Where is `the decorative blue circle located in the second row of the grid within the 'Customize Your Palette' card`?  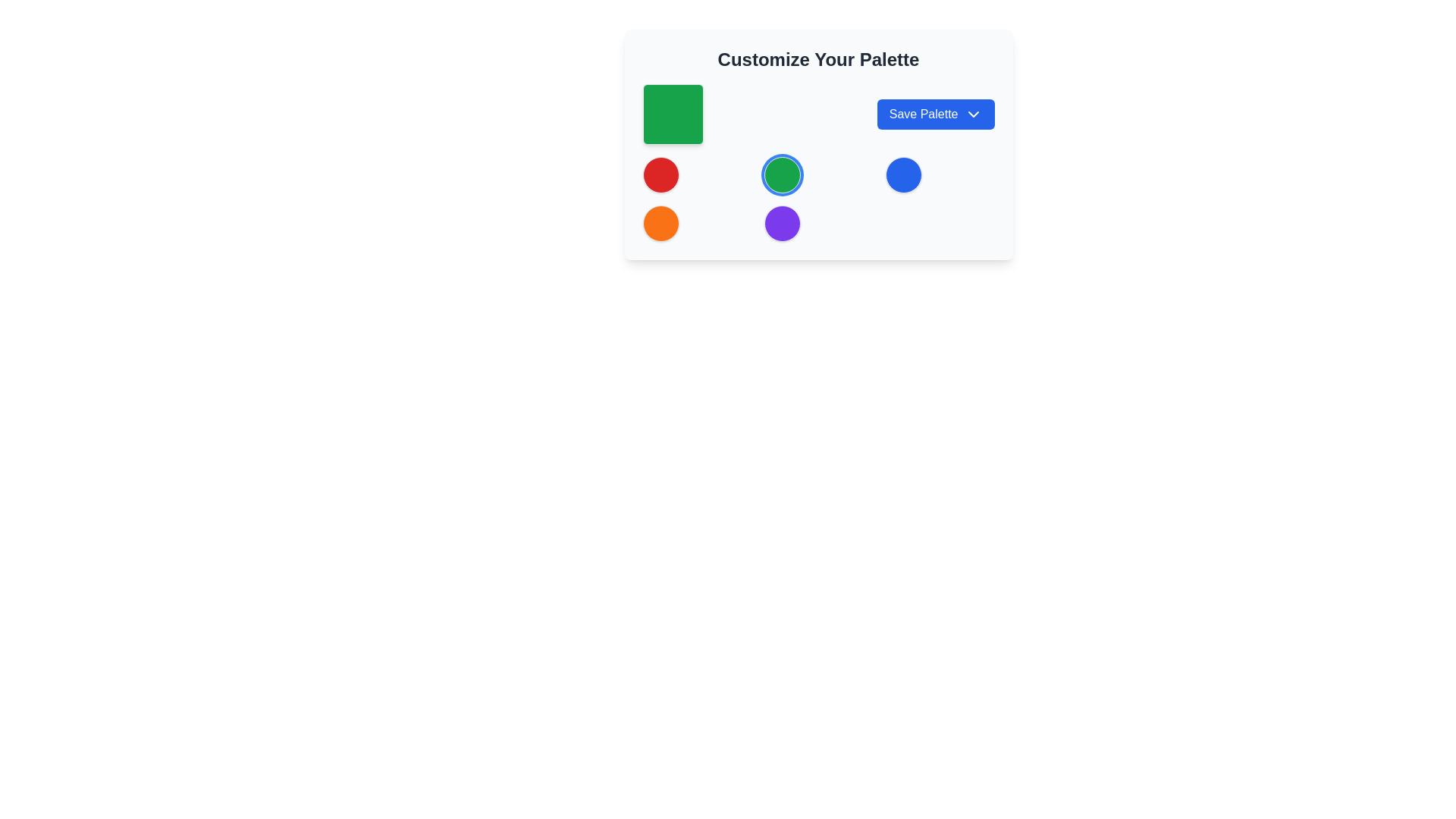 the decorative blue circle located in the second row of the grid within the 'Customize Your Palette' card is located at coordinates (903, 174).